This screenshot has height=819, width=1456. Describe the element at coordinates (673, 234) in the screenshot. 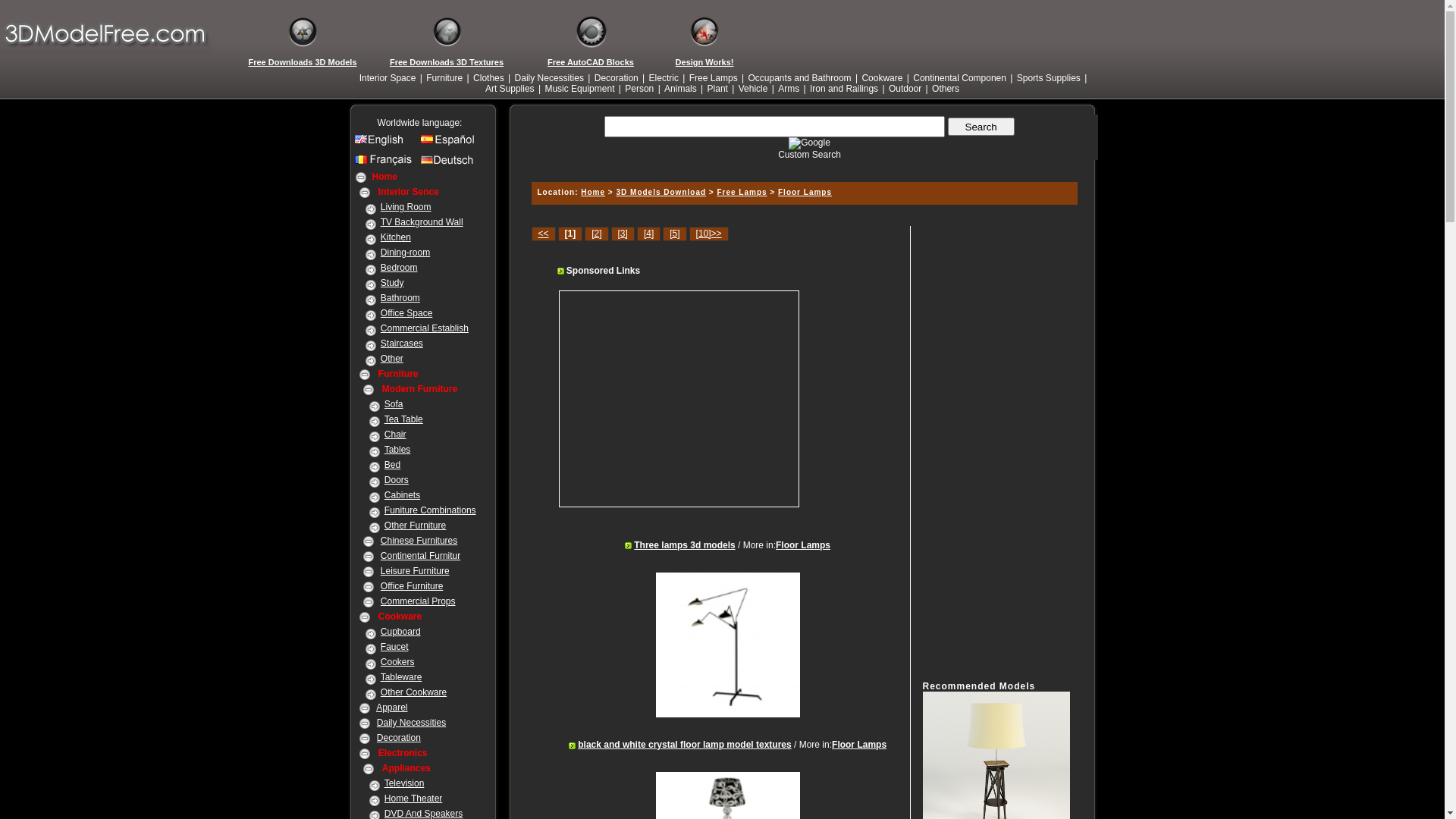

I see `'[5]'` at that location.